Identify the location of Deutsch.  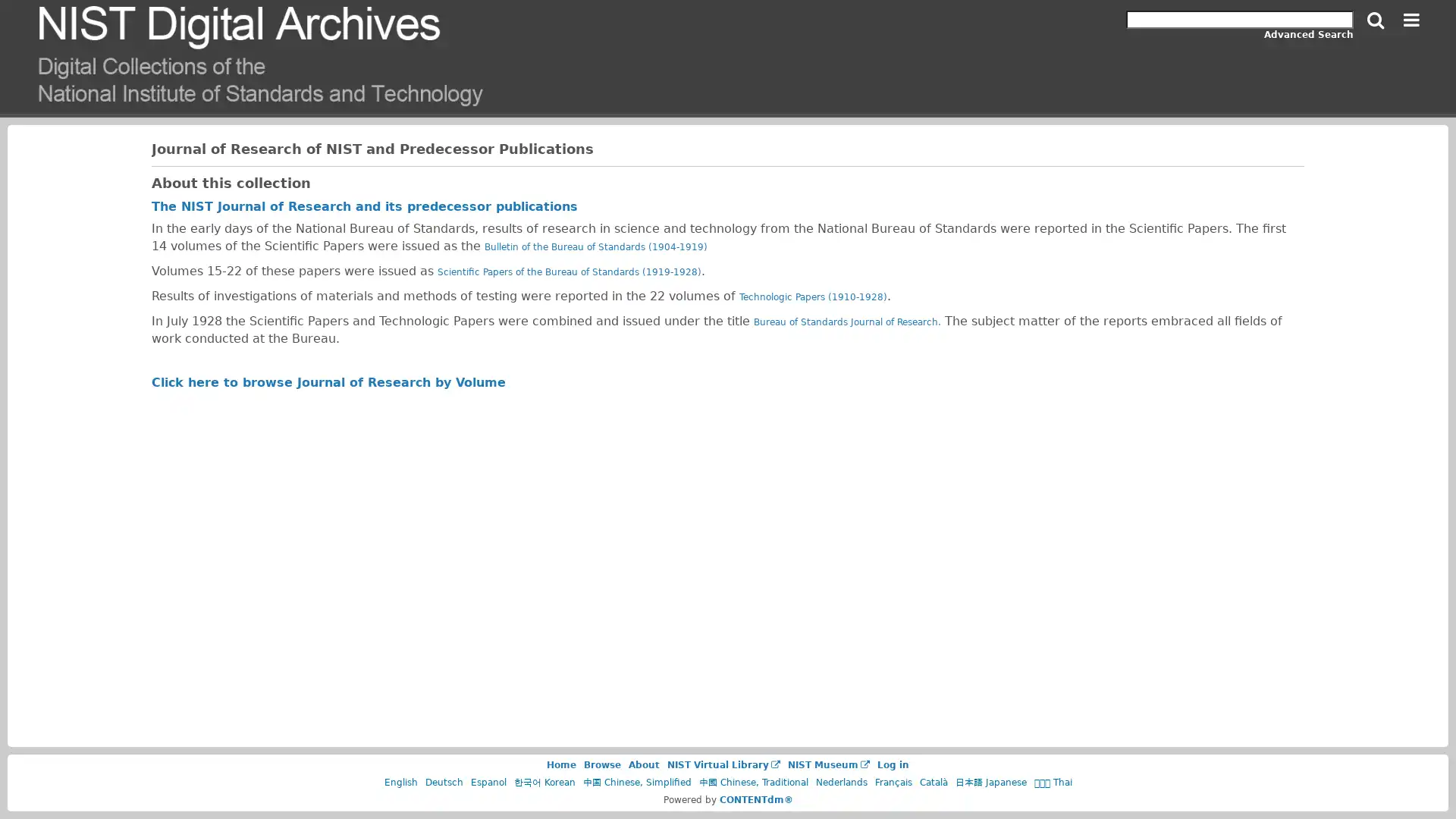
(443, 783).